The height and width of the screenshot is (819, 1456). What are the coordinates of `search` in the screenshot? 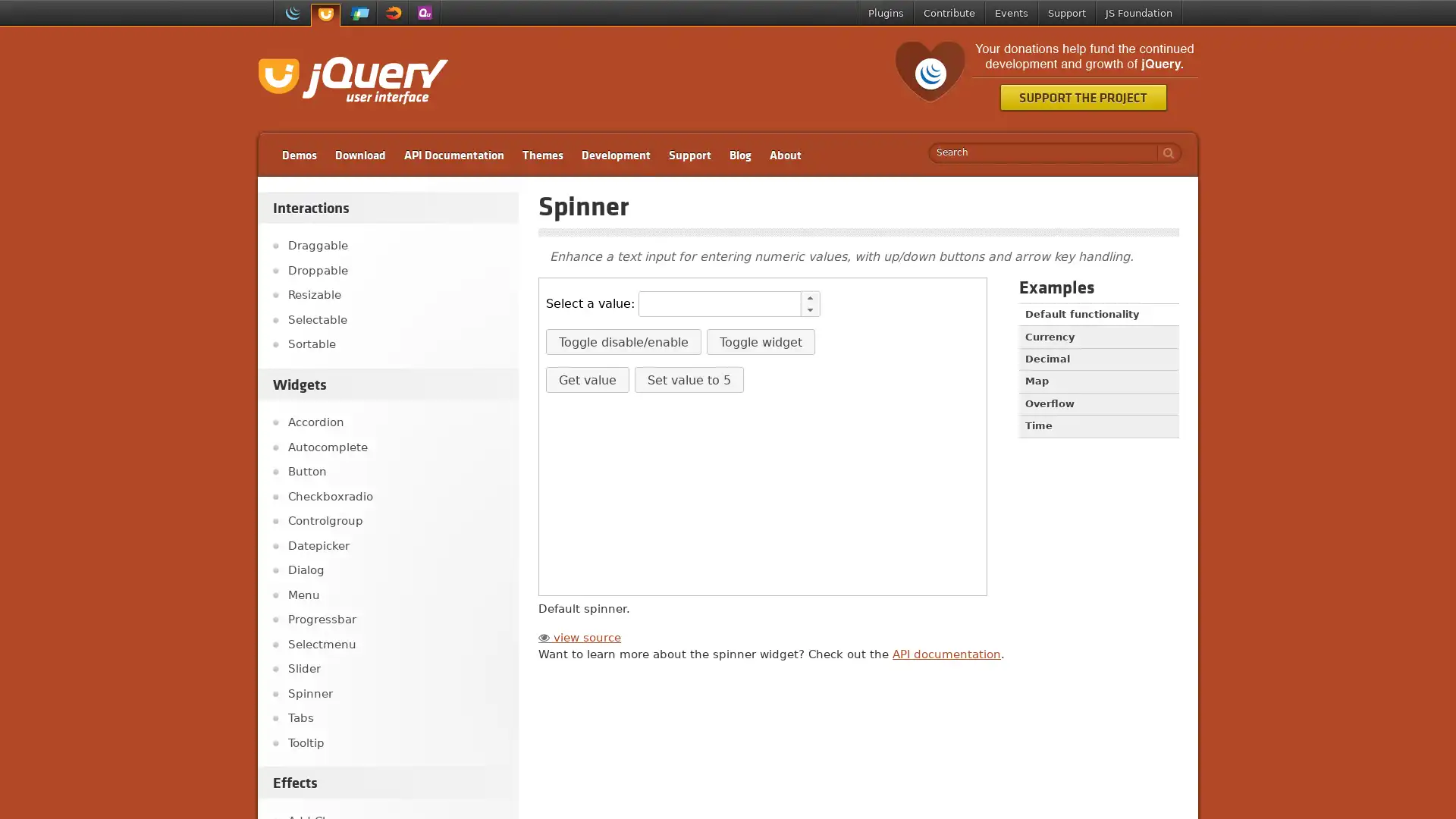 It's located at (1164, 152).